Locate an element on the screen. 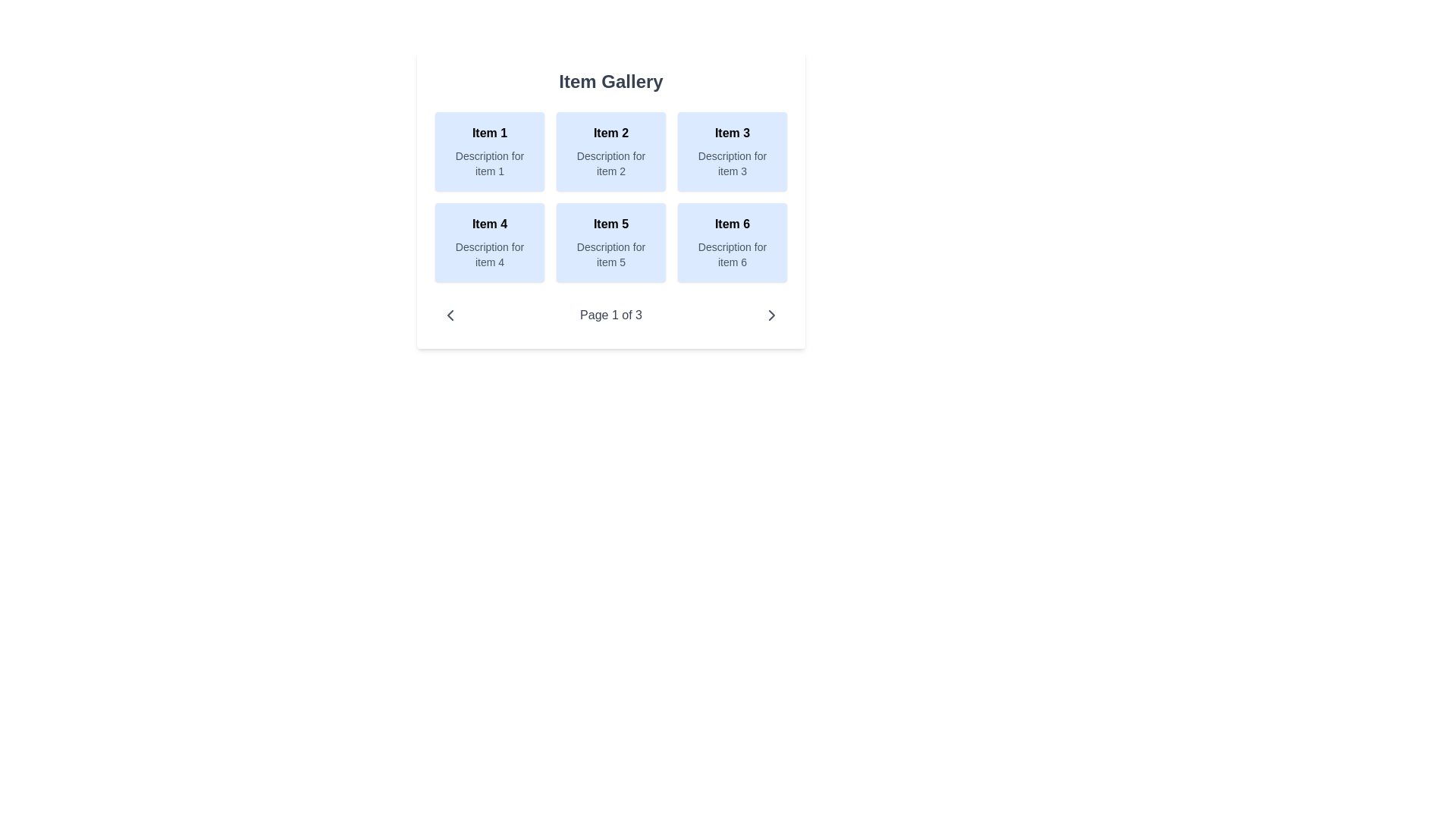 This screenshot has height=819, width=1456. the Content card with a light blue background, titled 'Item 4', located in the second row and first column of the grid layout is located at coordinates (490, 242).